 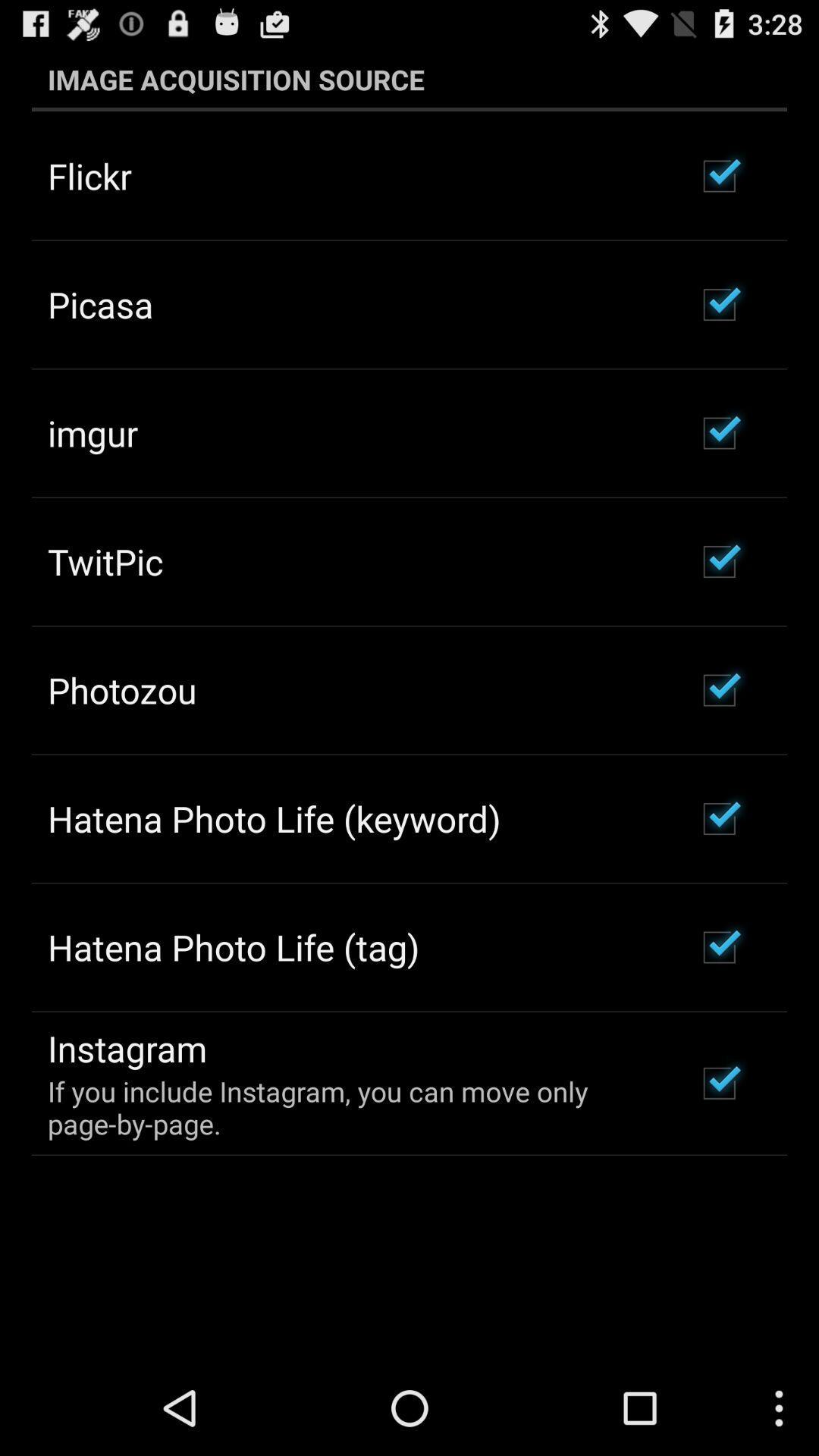 What do you see at coordinates (351, 1107) in the screenshot?
I see `the if you include icon` at bounding box center [351, 1107].